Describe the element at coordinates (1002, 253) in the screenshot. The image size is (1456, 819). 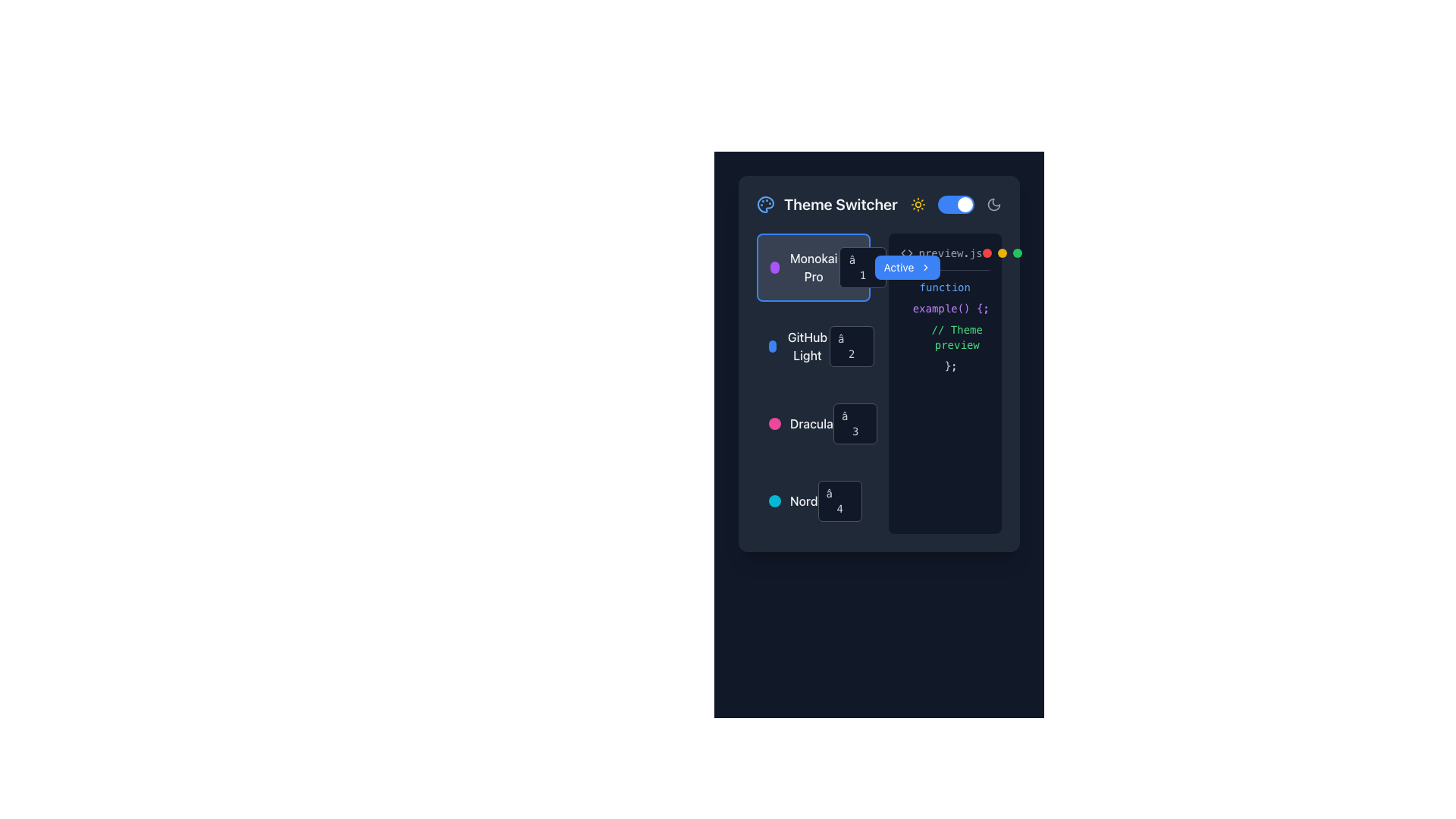
I see `the red circular button in the Control Button Group located at the top right corner of the 'preview.js' section` at that location.